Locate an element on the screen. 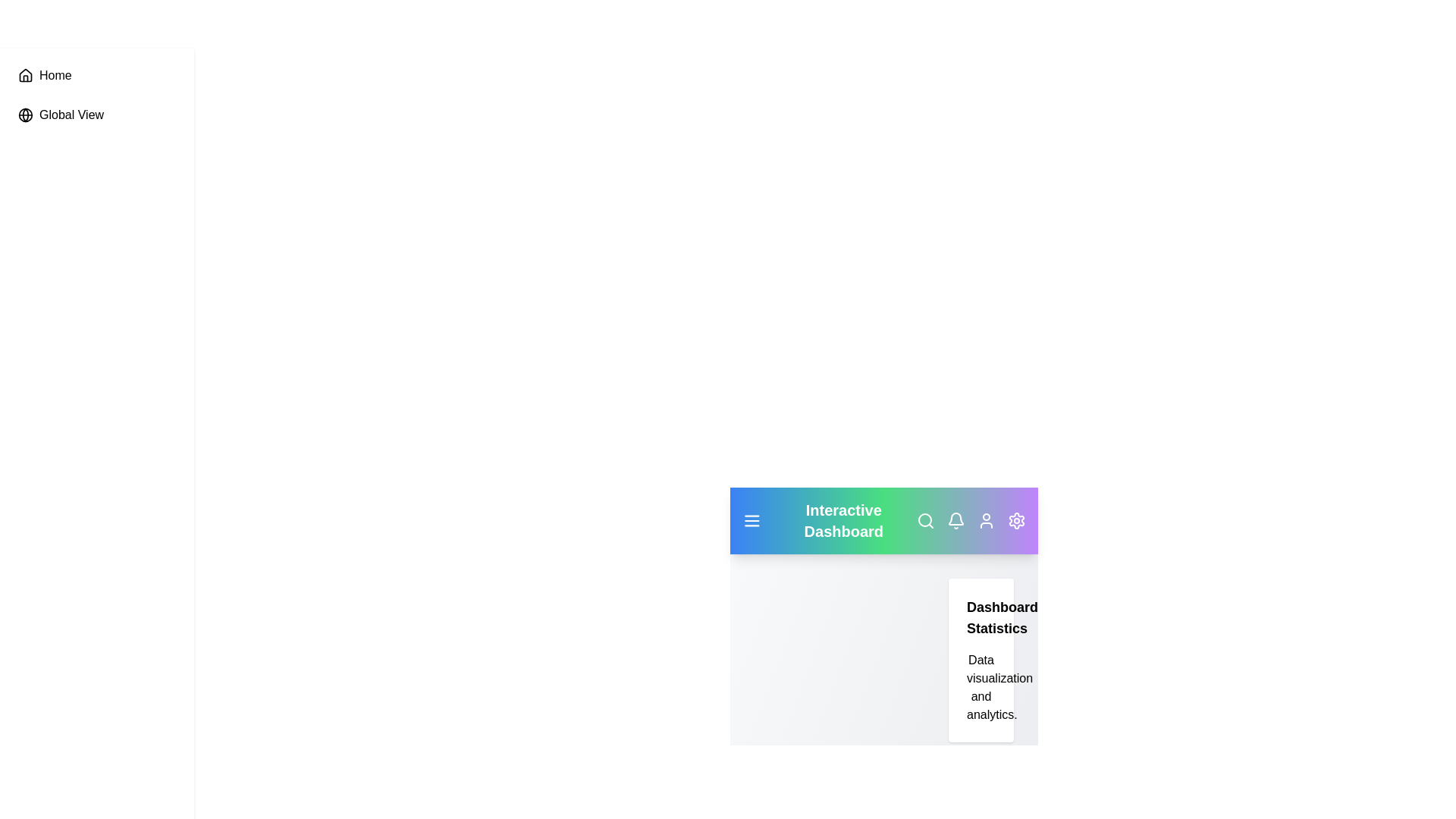 The width and height of the screenshot is (1456, 819). the bell icon to view notifications is located at coordinates (955, 519).